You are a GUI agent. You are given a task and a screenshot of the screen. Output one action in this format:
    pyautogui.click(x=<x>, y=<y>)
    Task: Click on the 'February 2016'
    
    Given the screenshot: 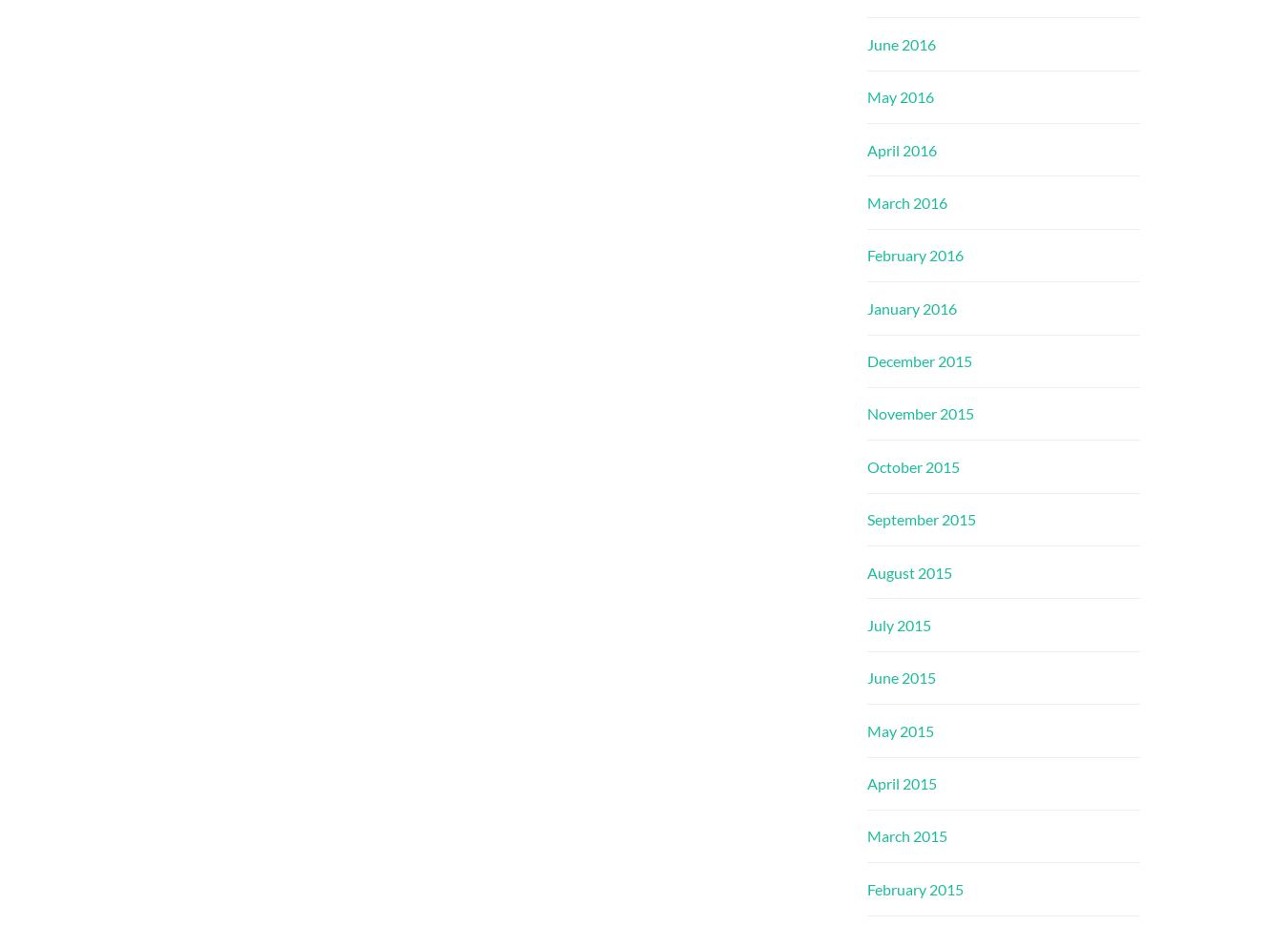 What is the action you would take?
    pyautogui.click(x=914, y=254)
    